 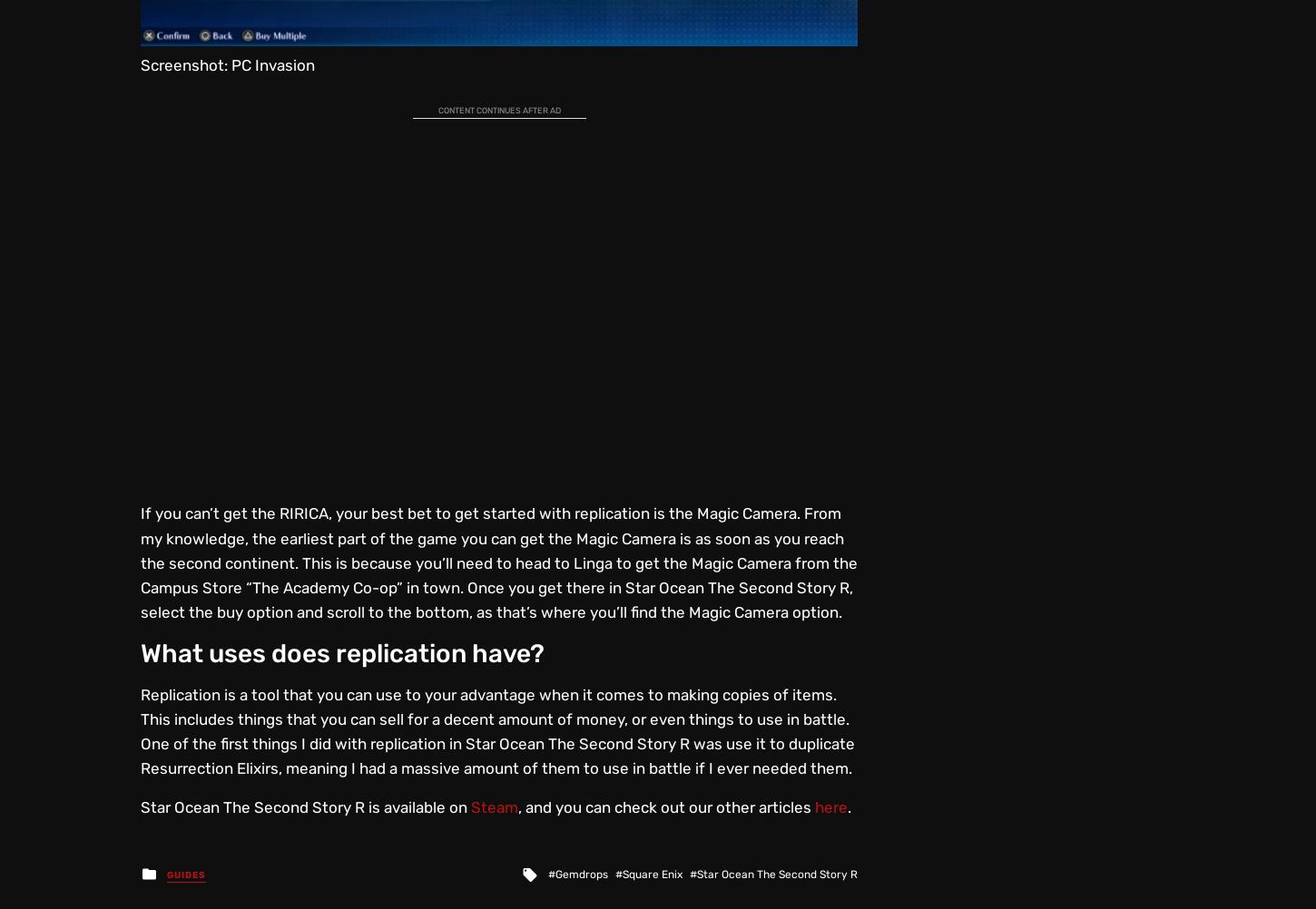 I want to click on ', and you can check out our other articles', so click(x=666, y=806).